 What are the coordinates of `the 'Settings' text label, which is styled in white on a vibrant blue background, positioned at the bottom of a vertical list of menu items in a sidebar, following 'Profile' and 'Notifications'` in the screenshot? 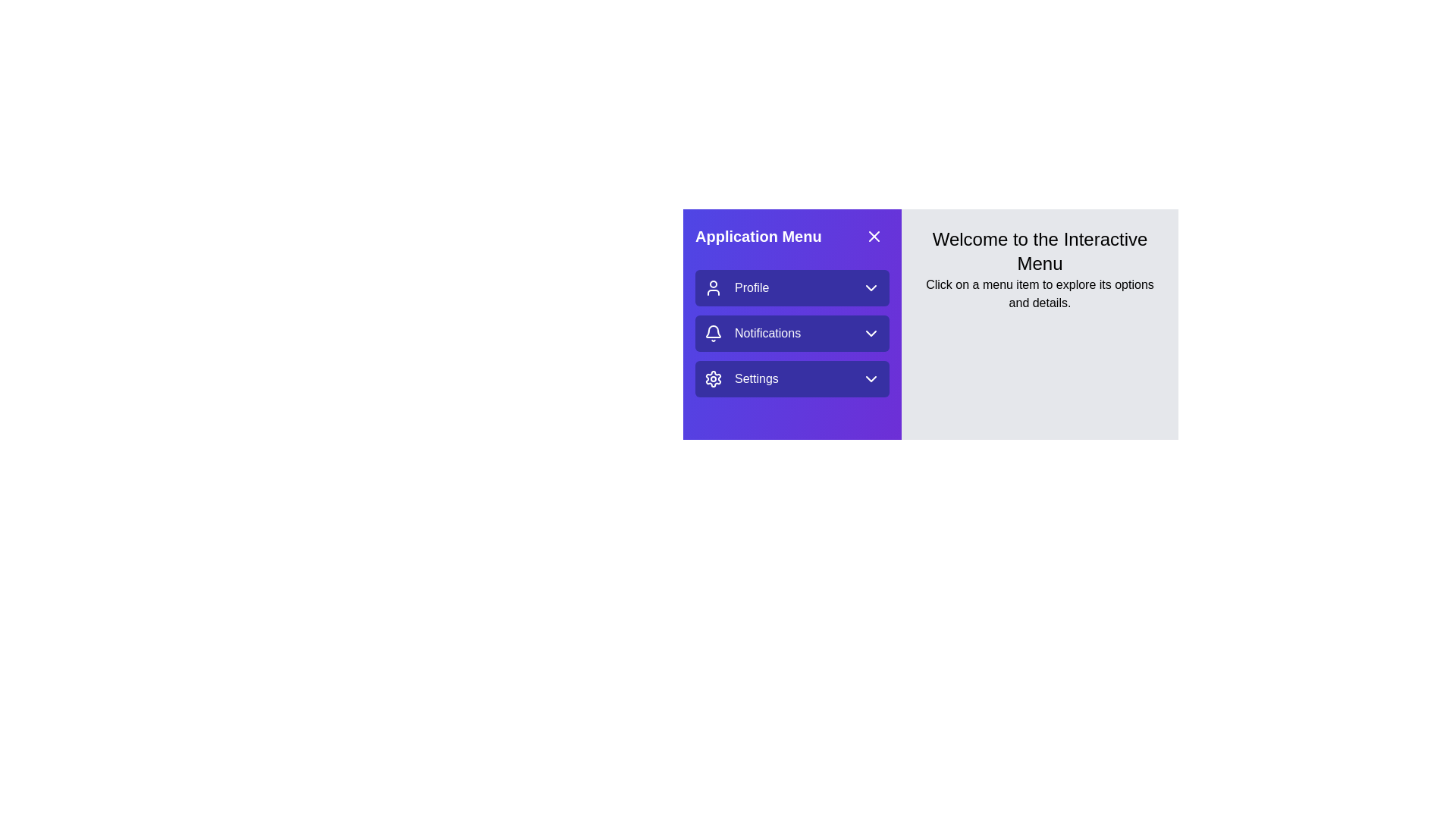 It's located at (756, 378).